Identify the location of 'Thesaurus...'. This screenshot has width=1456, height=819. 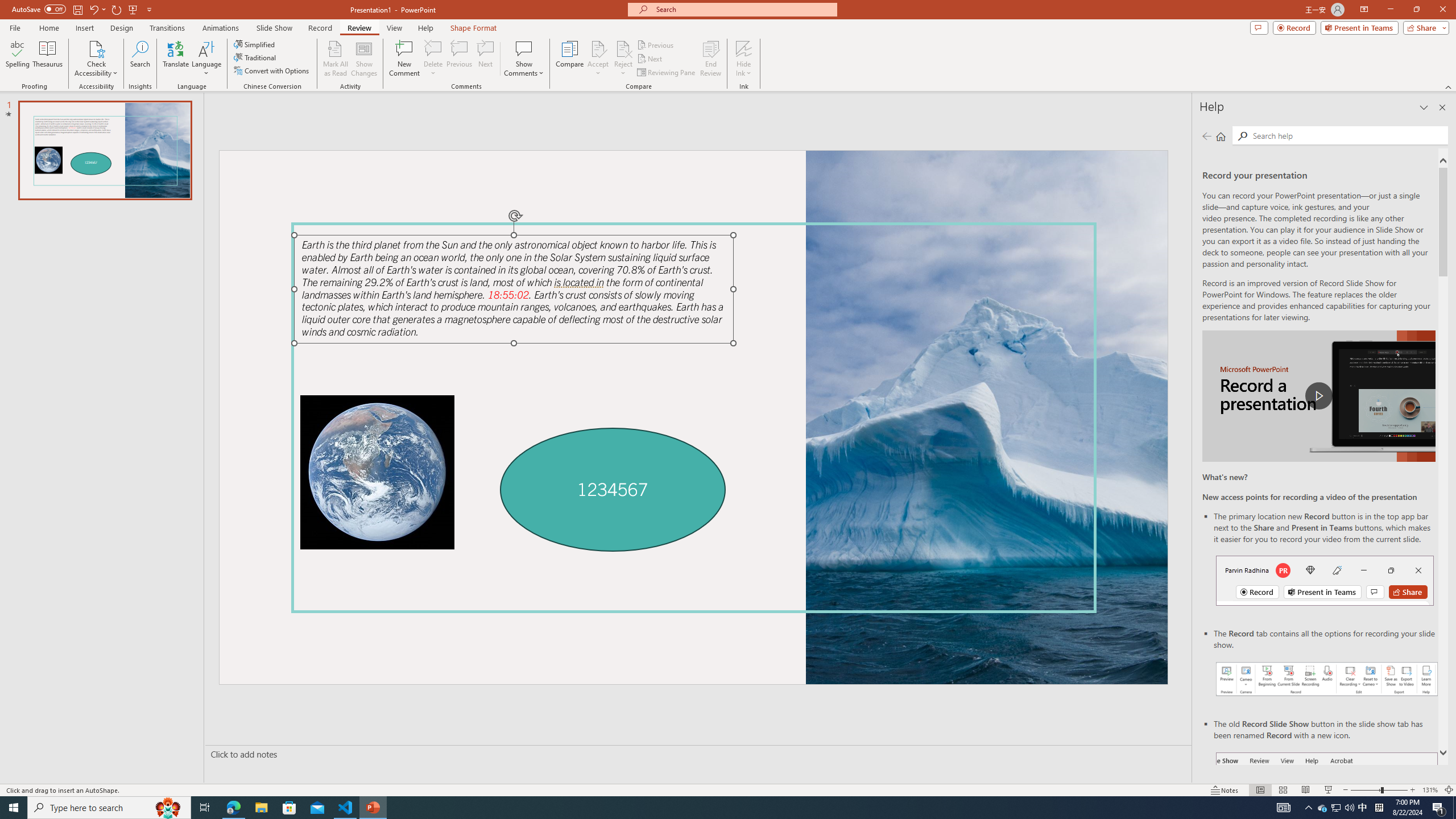
(47, 59).